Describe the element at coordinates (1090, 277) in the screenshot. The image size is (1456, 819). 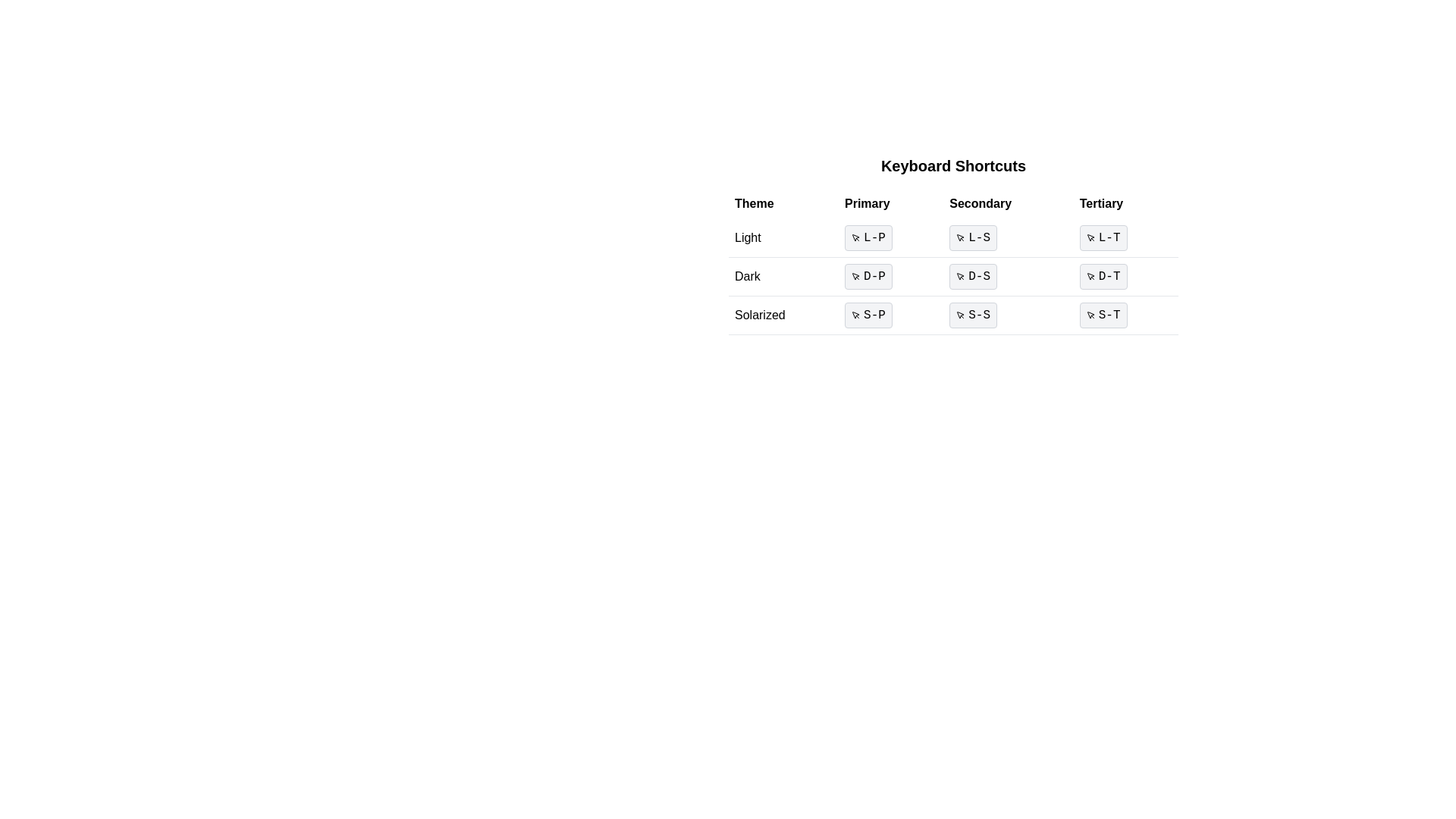
I see `the SVG icon to the left of the 'D-T' button, which indicates an interactive action in the 'Keyboard Shortcuts' grid` at that location.